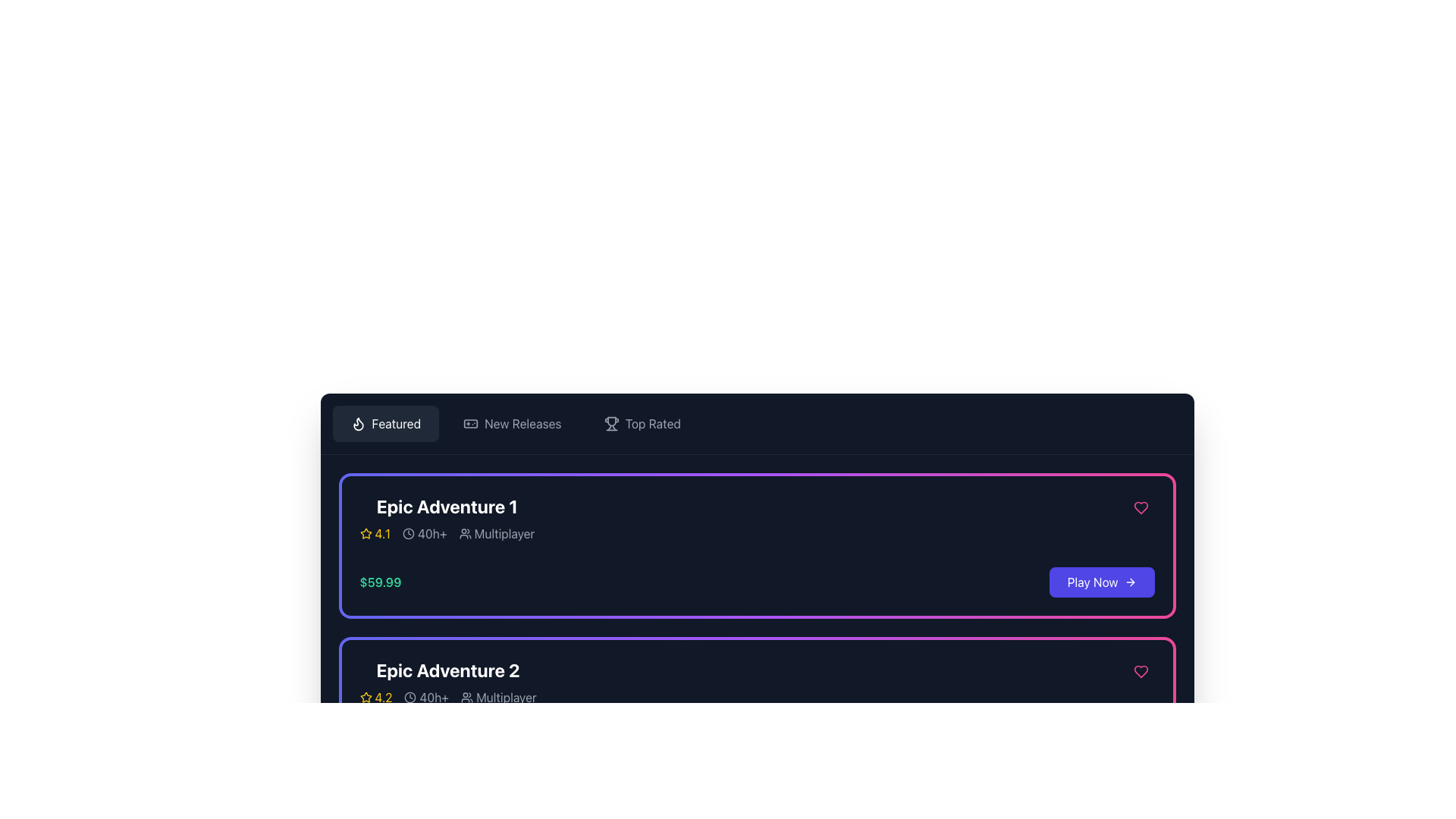  I want to click on the text label displaying the price '$59.99', styled in bold emerald green, located in the section for 'Epic Adventure 1', so click(380, 581).